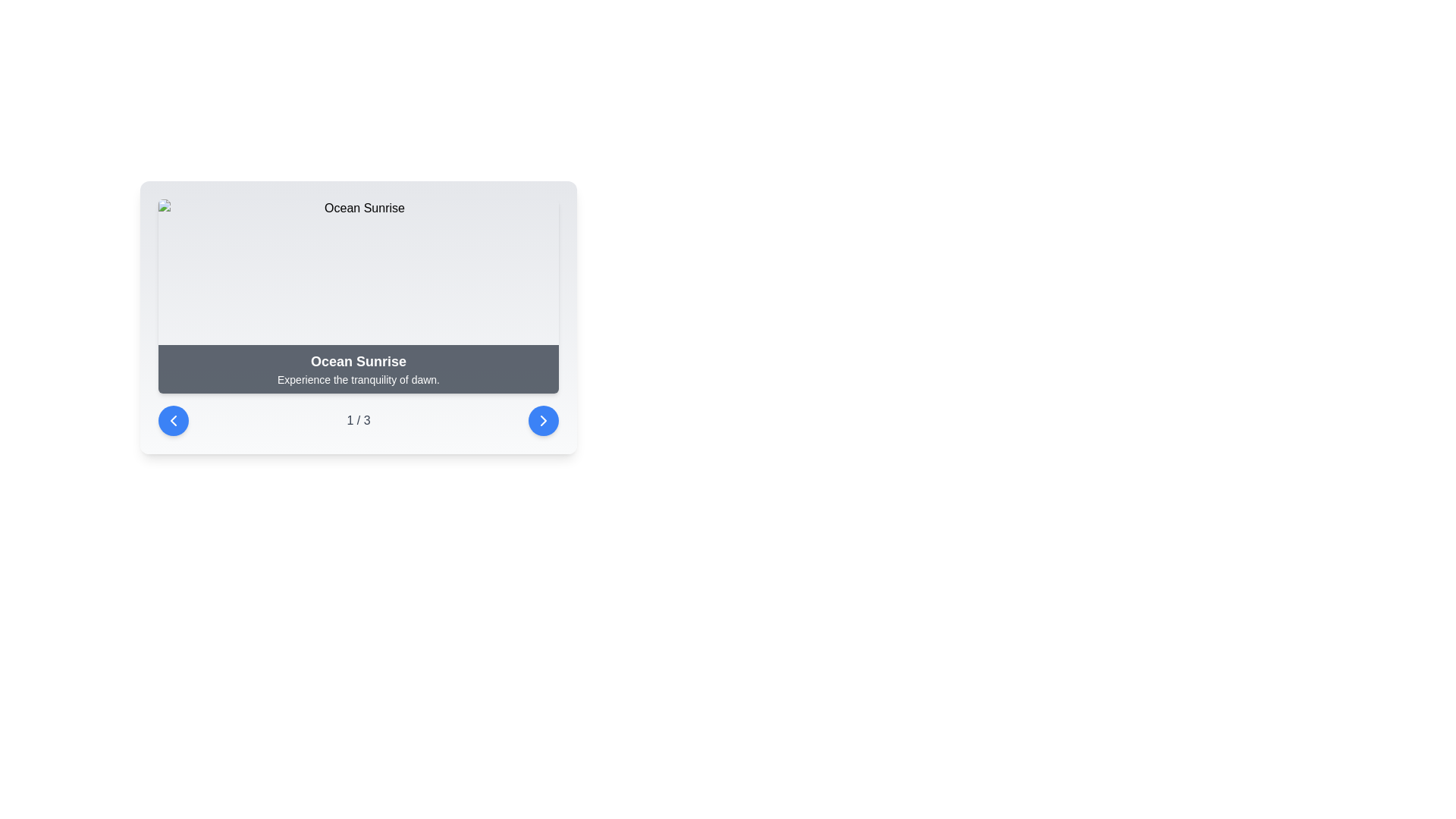 The image size is (1456, 819). What do you see at coordinates (174, 421) in the screenshot?
I see `the left-pointing chevron icon button enclosed within a blue circular button located on the left side of the navigation control bar below the 'Ocean Sunrise' card` at bounding box center [174, 421].